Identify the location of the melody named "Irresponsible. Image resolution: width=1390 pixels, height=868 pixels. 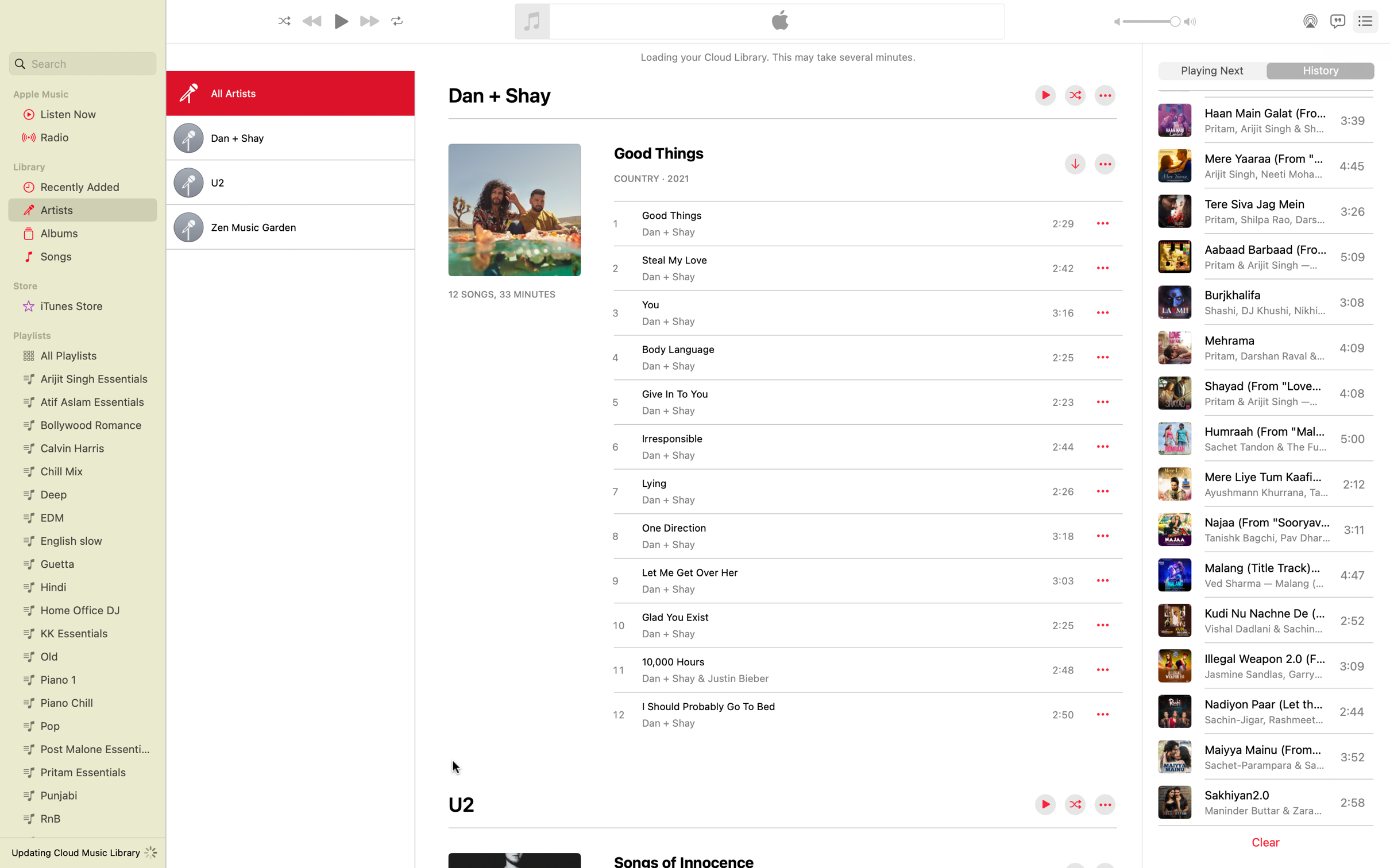
(841, 446).